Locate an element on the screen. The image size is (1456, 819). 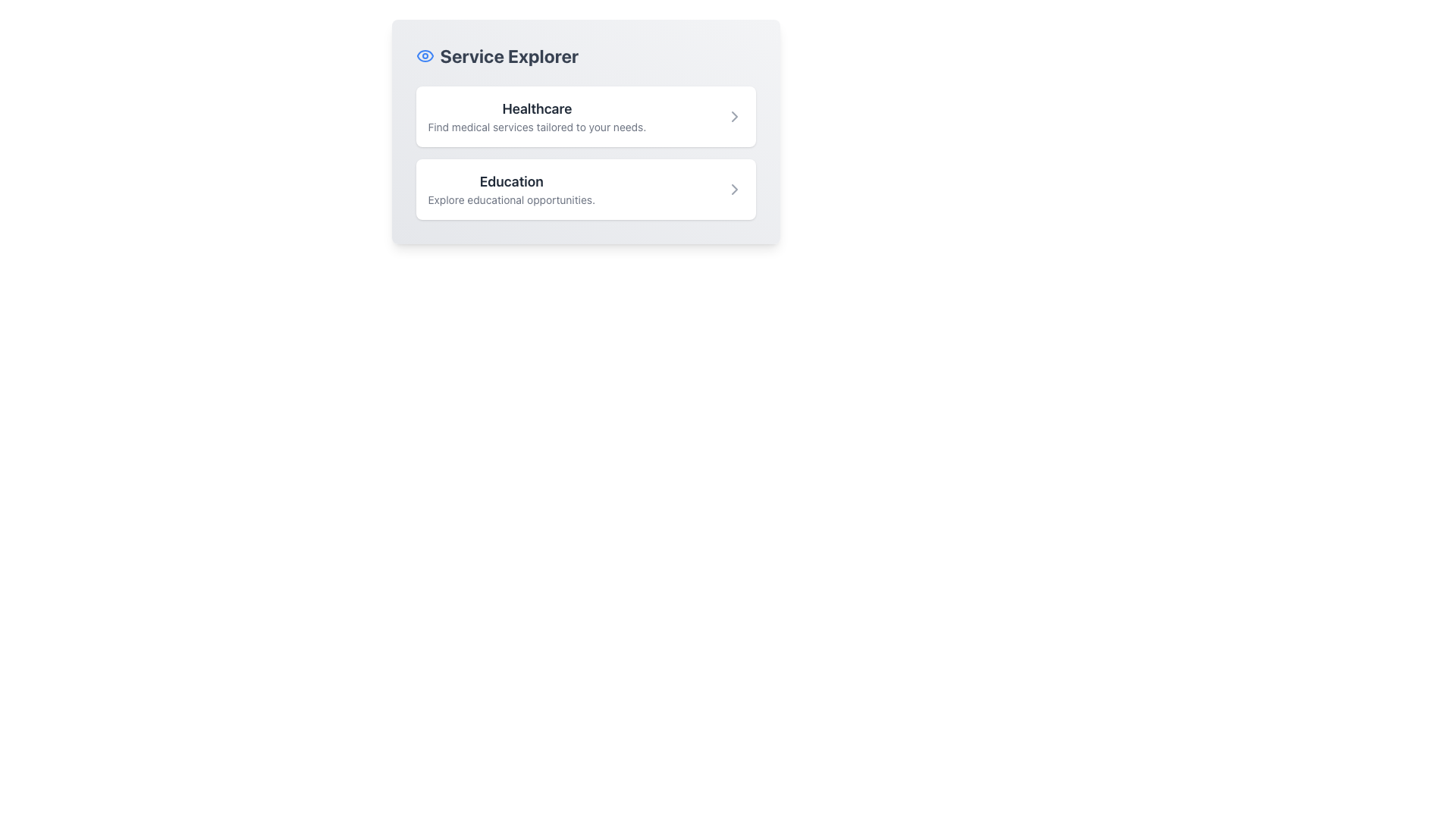
text in the Text Block that prominently displays 'Education' and 'Explore educational opportunities.' located in the second card below the 'Healthcare' card is located at coordinates (511, 189).